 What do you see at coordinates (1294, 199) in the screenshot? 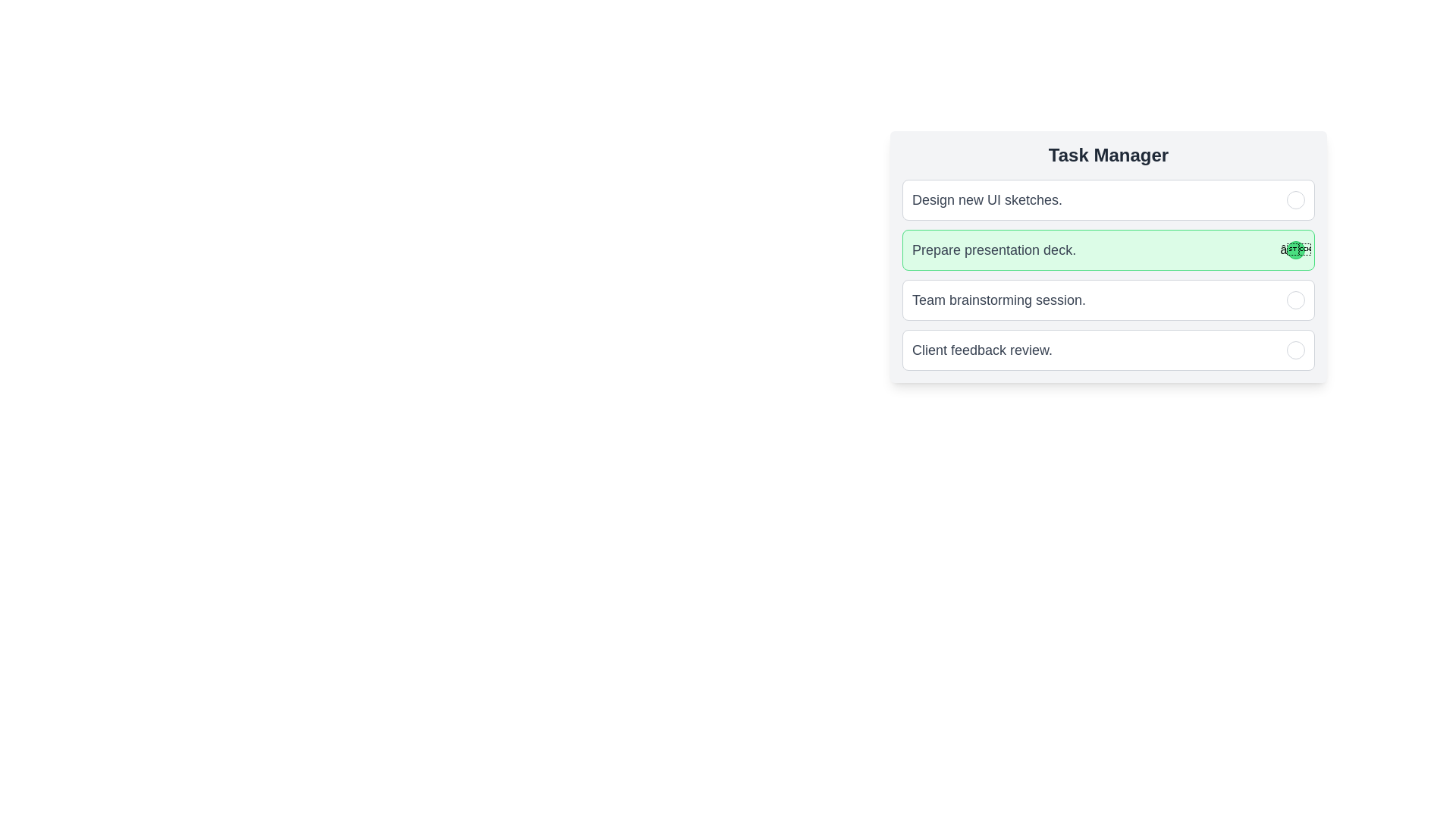
I see `the circular checkbox element at the far right of the task item labeled 'Design new UI sketches.'` at bounding box center [1294, 199].